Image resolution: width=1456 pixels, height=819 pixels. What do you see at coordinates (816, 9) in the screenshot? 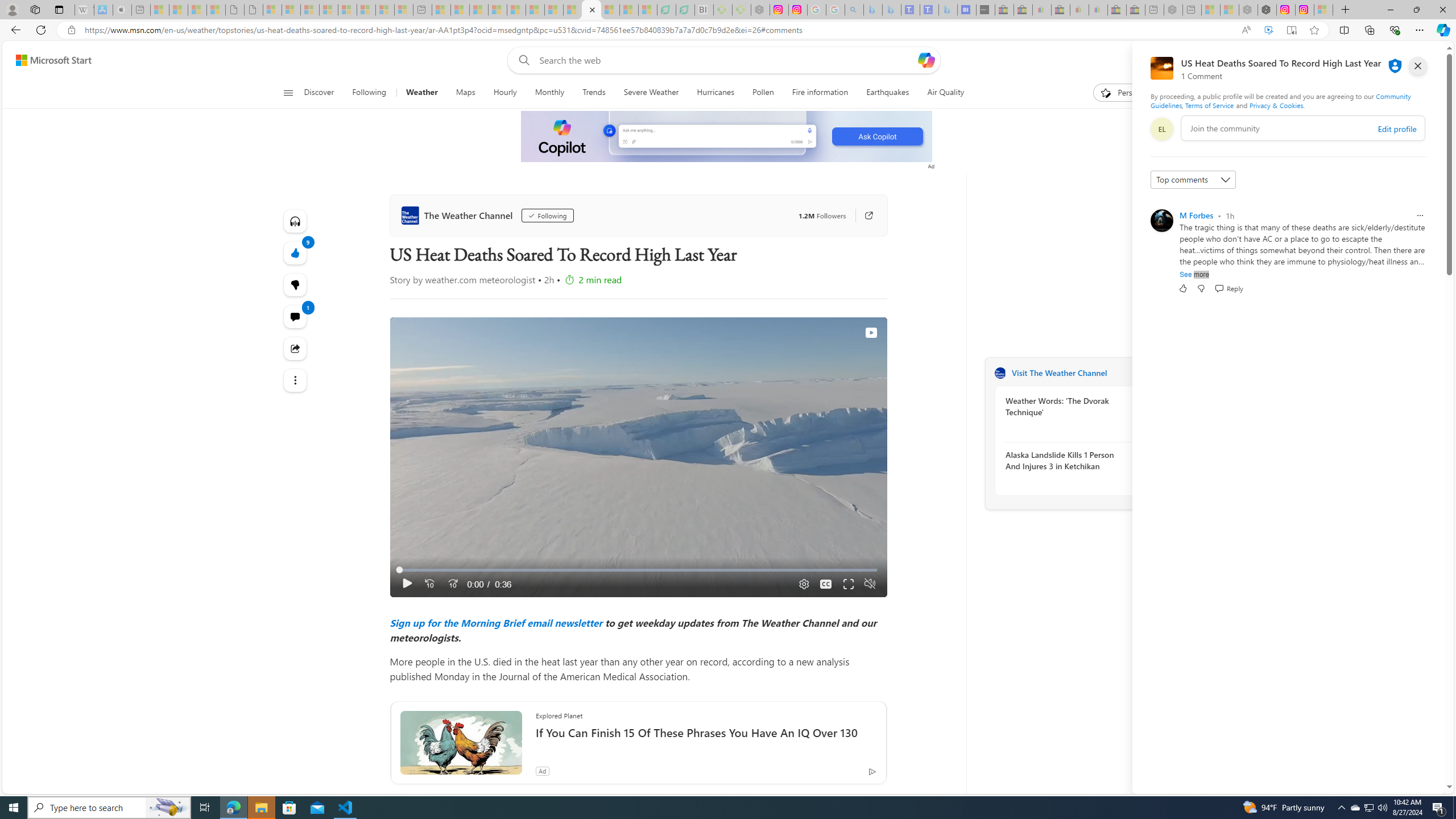
I see `'Safety in Our Products - Google Safety Center - Sleeping'` at bounding box center [816, 9].